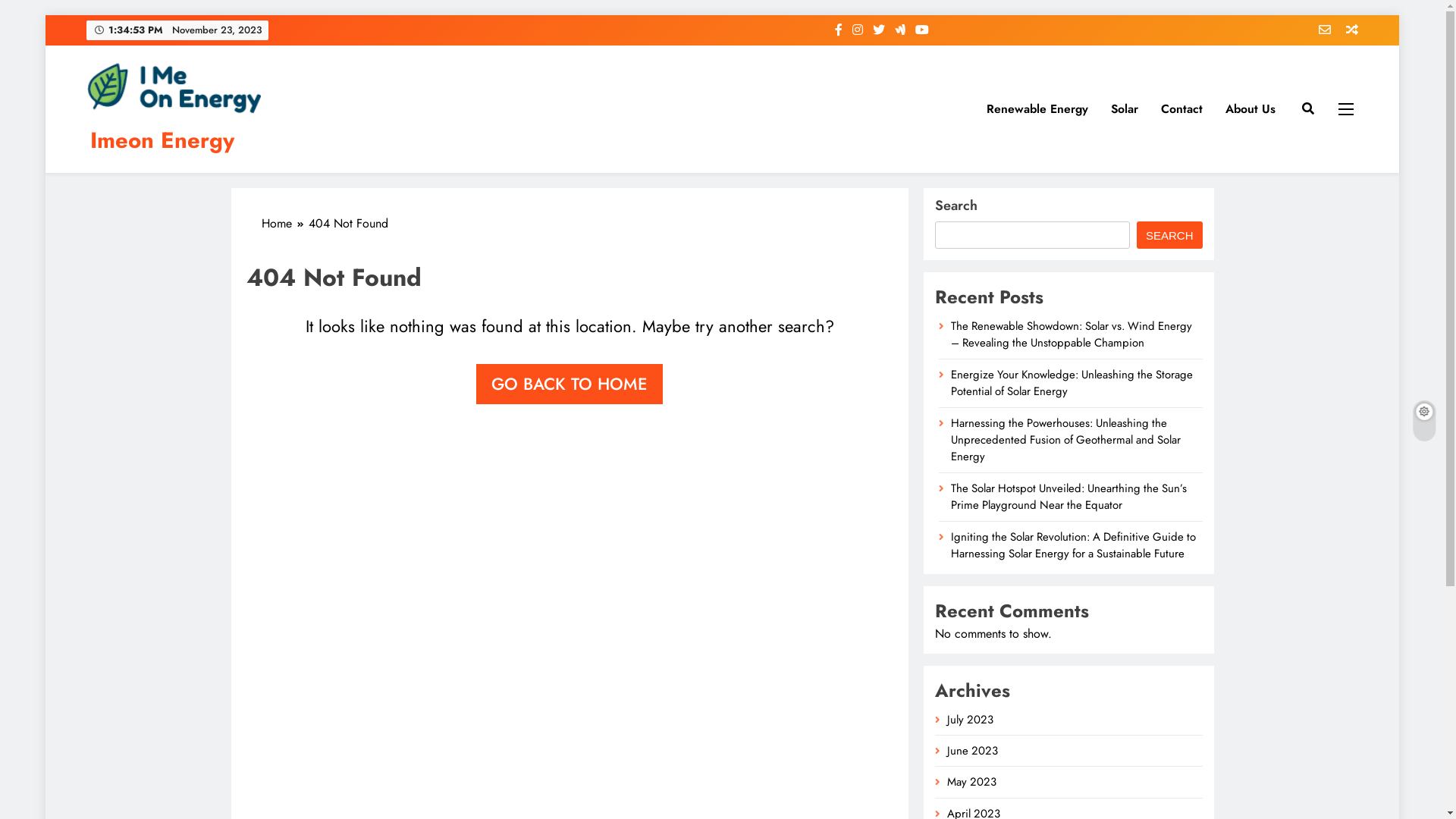  What do you see at coordinates (45, 14) in the screenshot?
I see `'Skip to content'` at bounding box center [45, 14].